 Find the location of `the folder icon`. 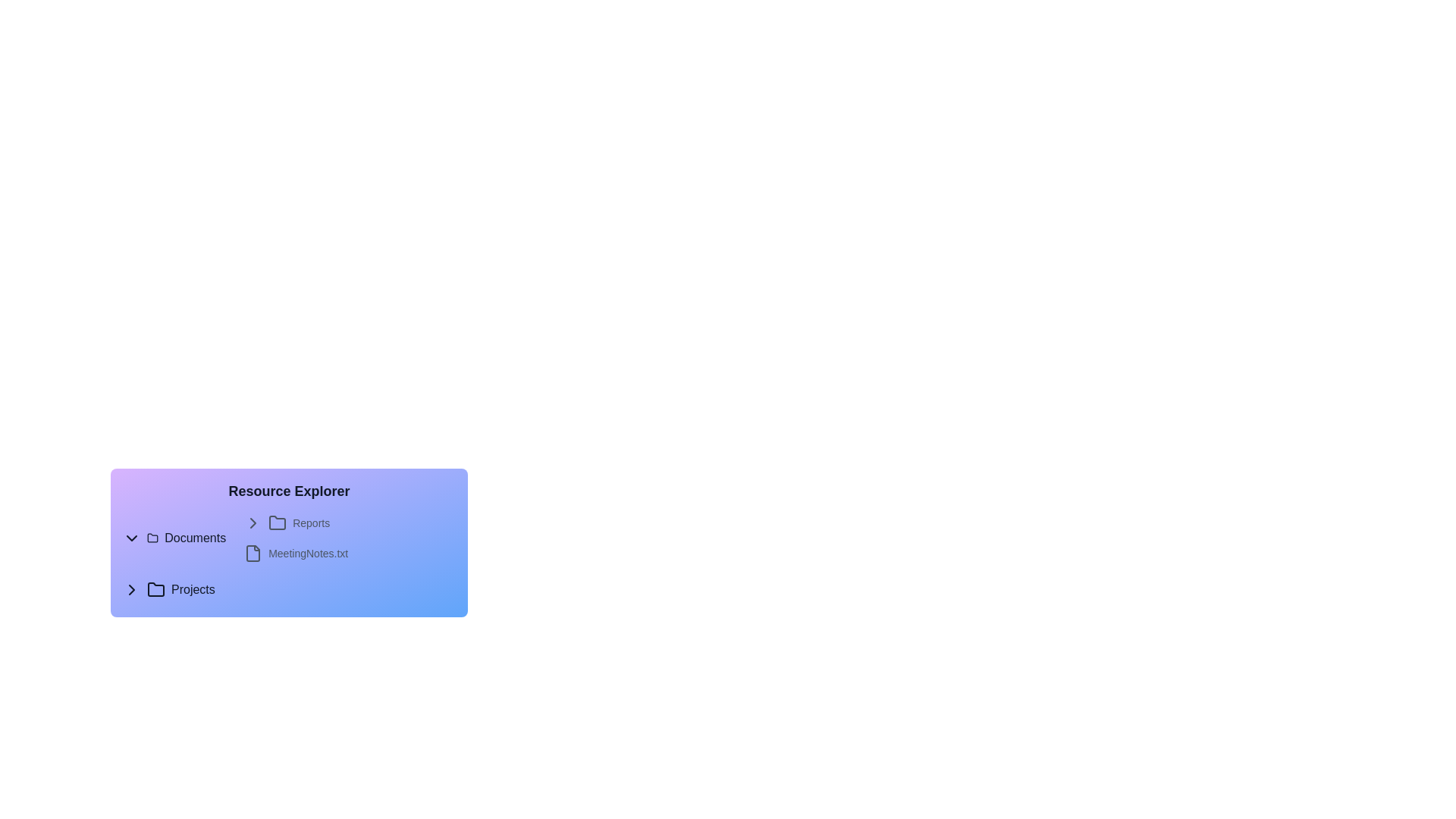

the folder icon is located at coordinates (277, 522).